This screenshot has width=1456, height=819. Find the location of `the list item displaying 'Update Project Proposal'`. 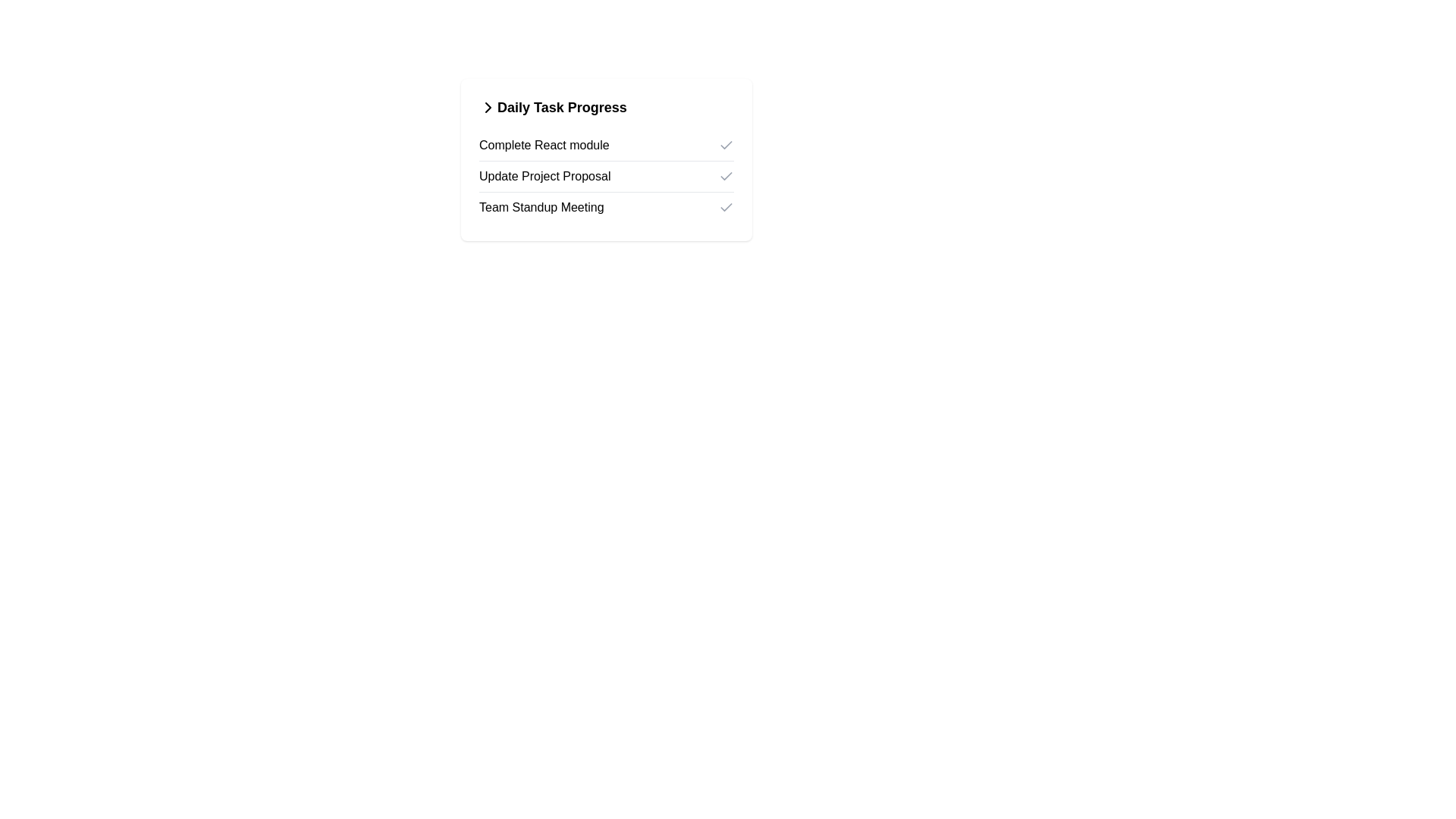

the list item displaying 'Update Project Proposal' is located at coordinates (607, 175).